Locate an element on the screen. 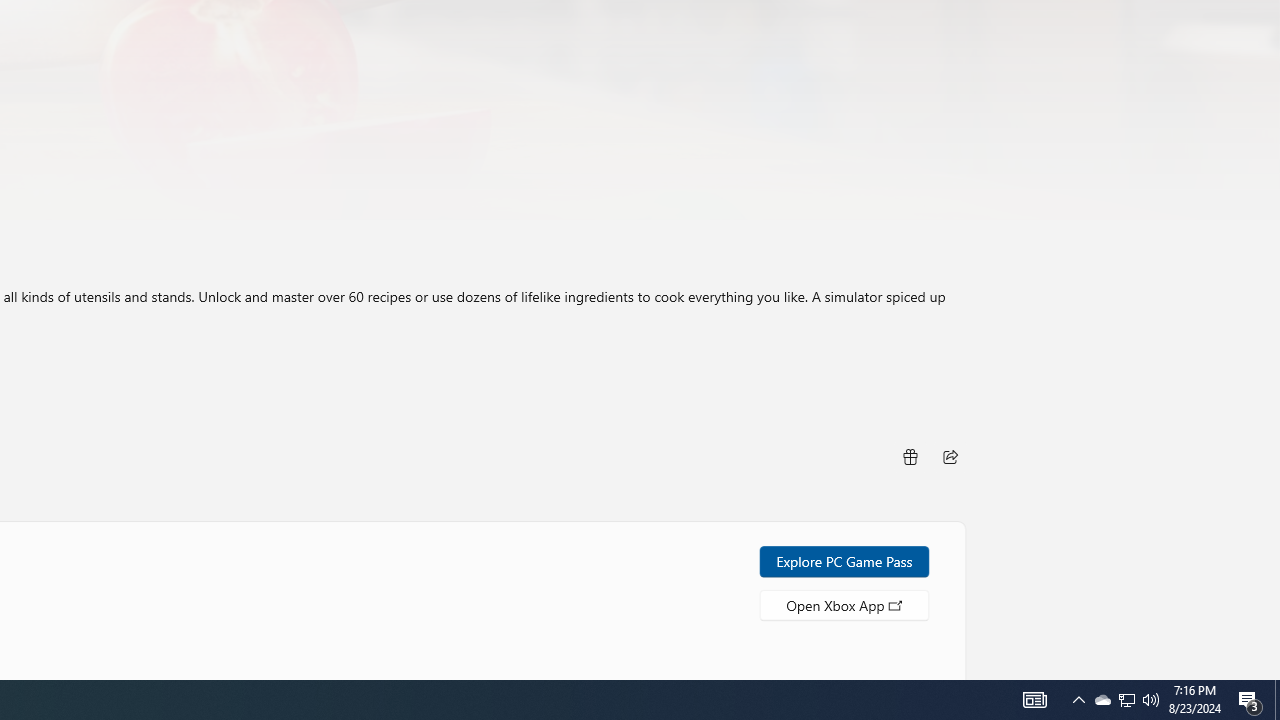  'Share' is located at coordinates (949, 456).